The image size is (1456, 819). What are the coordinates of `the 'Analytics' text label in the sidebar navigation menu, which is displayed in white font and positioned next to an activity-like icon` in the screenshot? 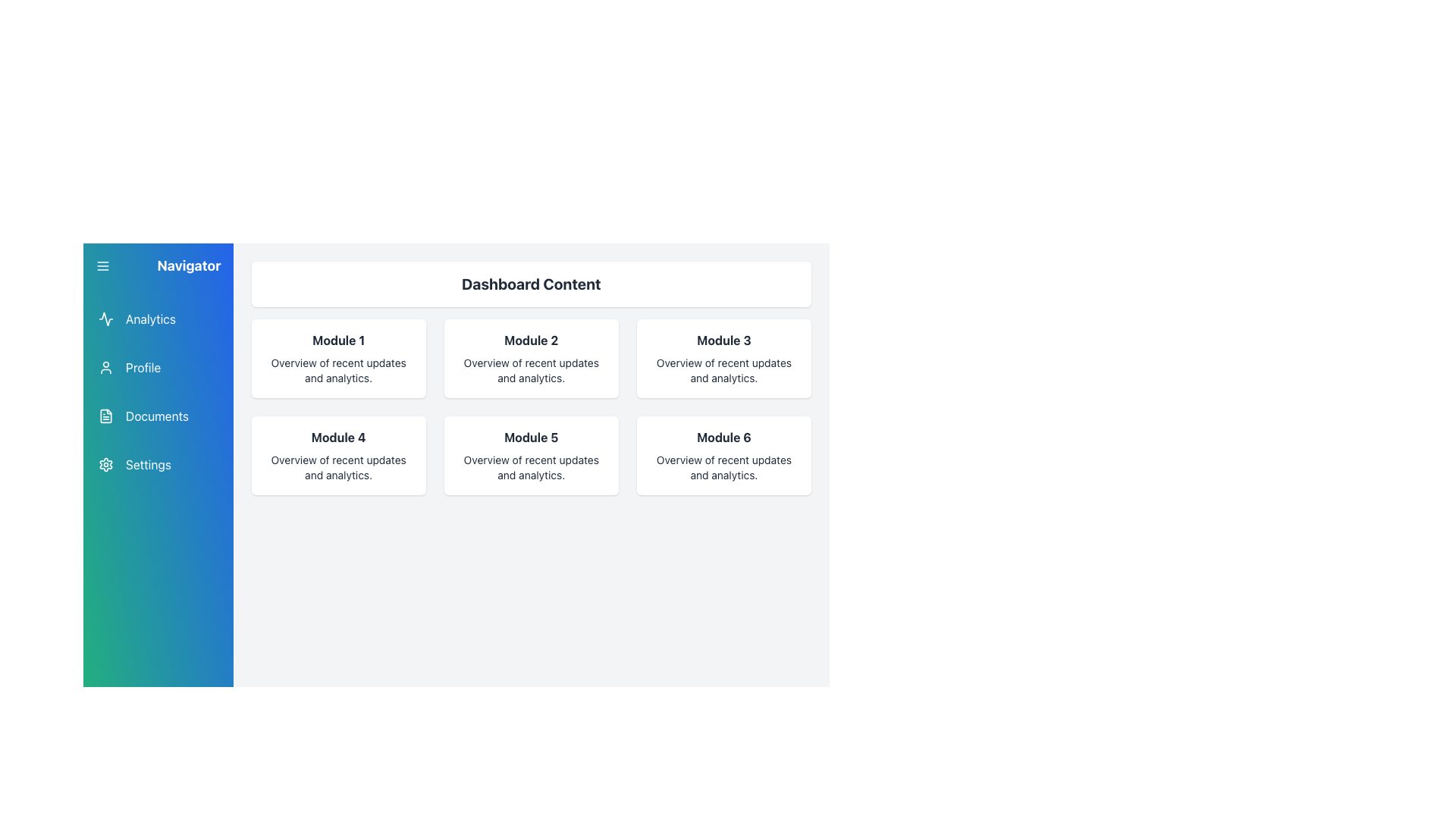 It's located at (150, 318).